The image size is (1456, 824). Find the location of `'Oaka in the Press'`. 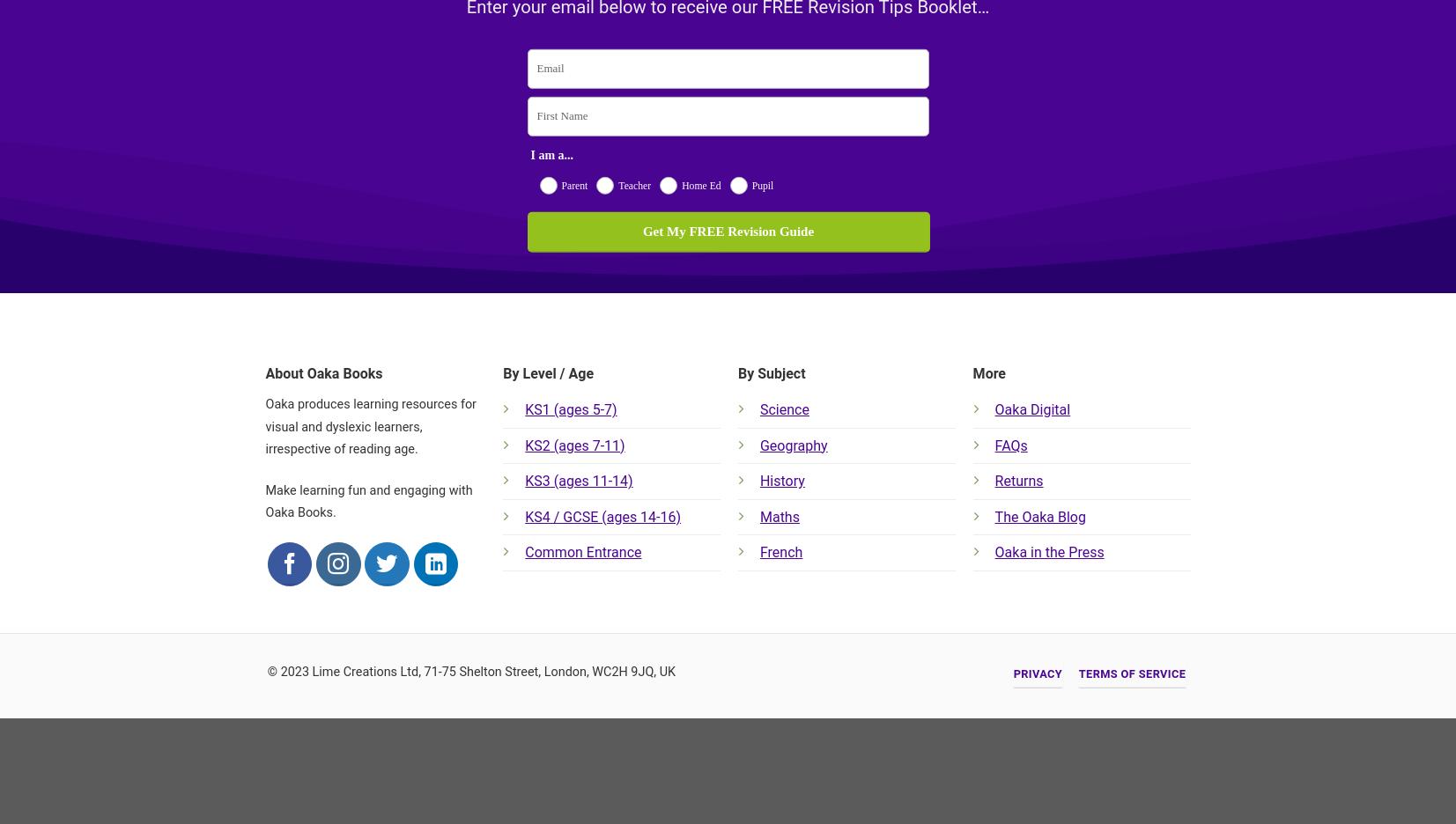

'Oaka in the Press' is located at coordinates (1048, 551).